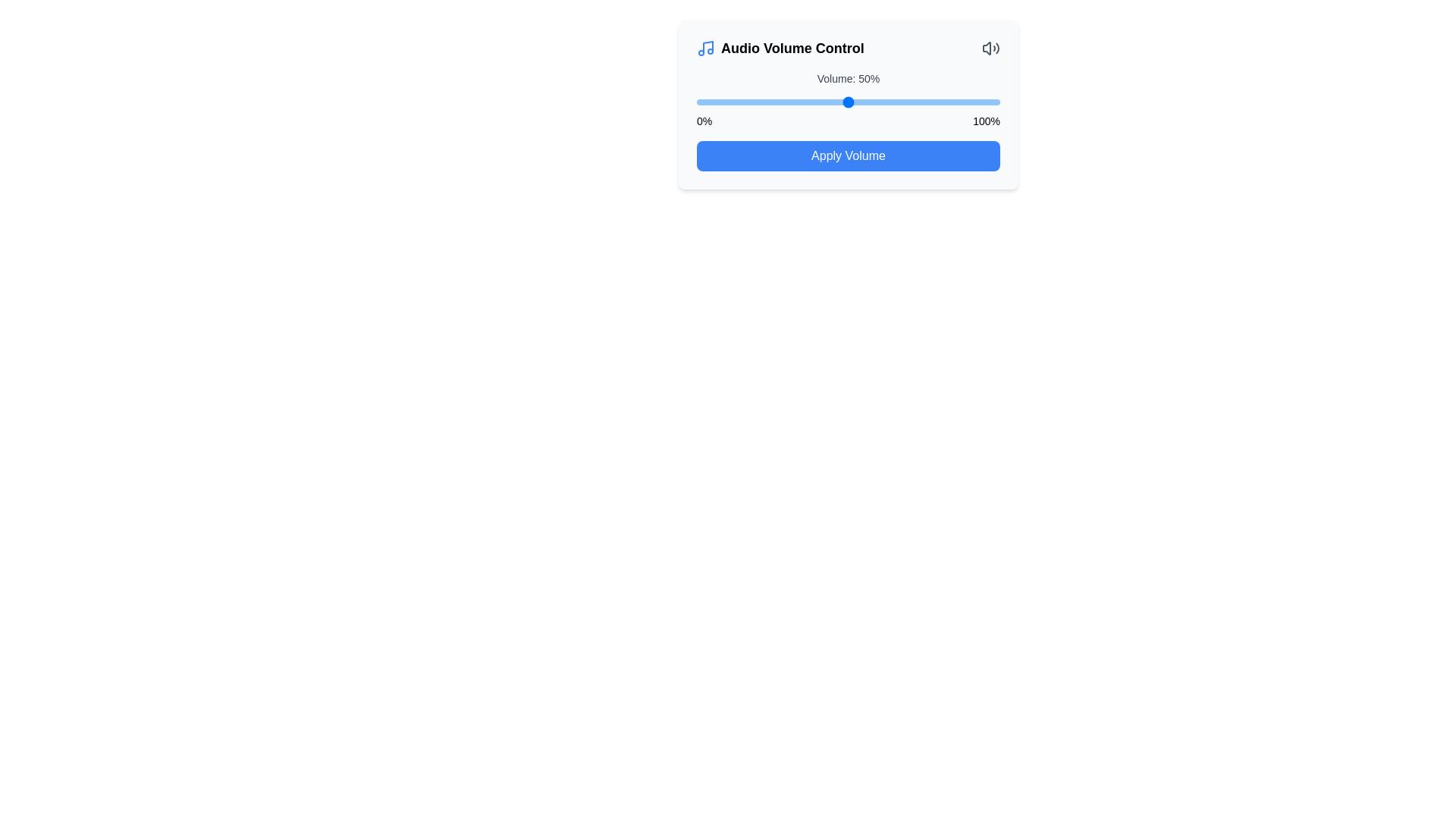 This screenshot has width=1456, height=819. Describe the element at coordinates (847, 155) in the screenshot. I see `the confirm button located below the 'Volume: 50%' slider to observe the hover effect` at that location.